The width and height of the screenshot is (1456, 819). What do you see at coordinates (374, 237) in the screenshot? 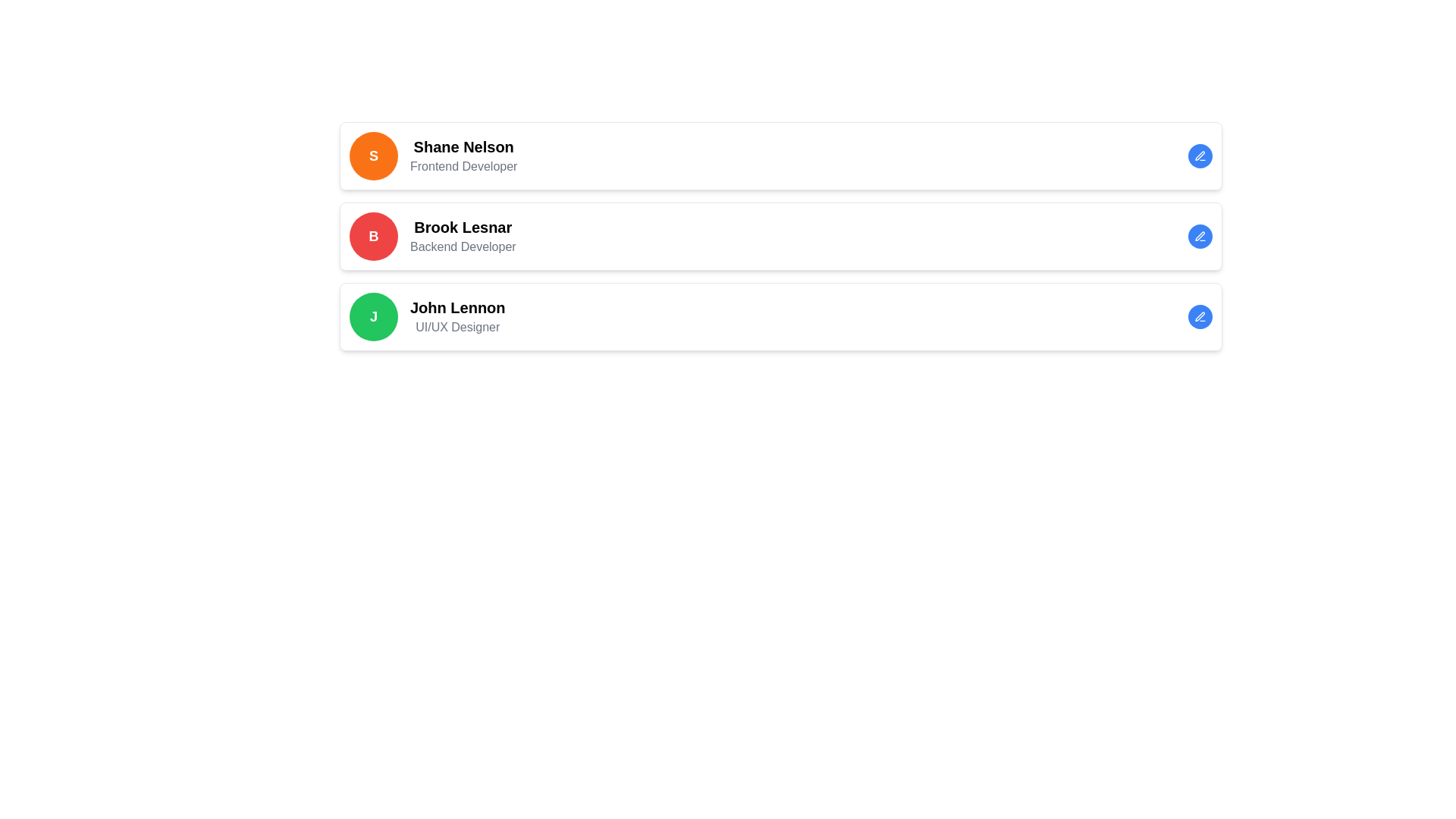
I see `circular avatar element with a bold white letter 'B' on a red background, located to the left of 'Brook Lesnar' and 'Backend Developer'` at bounding box center [374, 237].